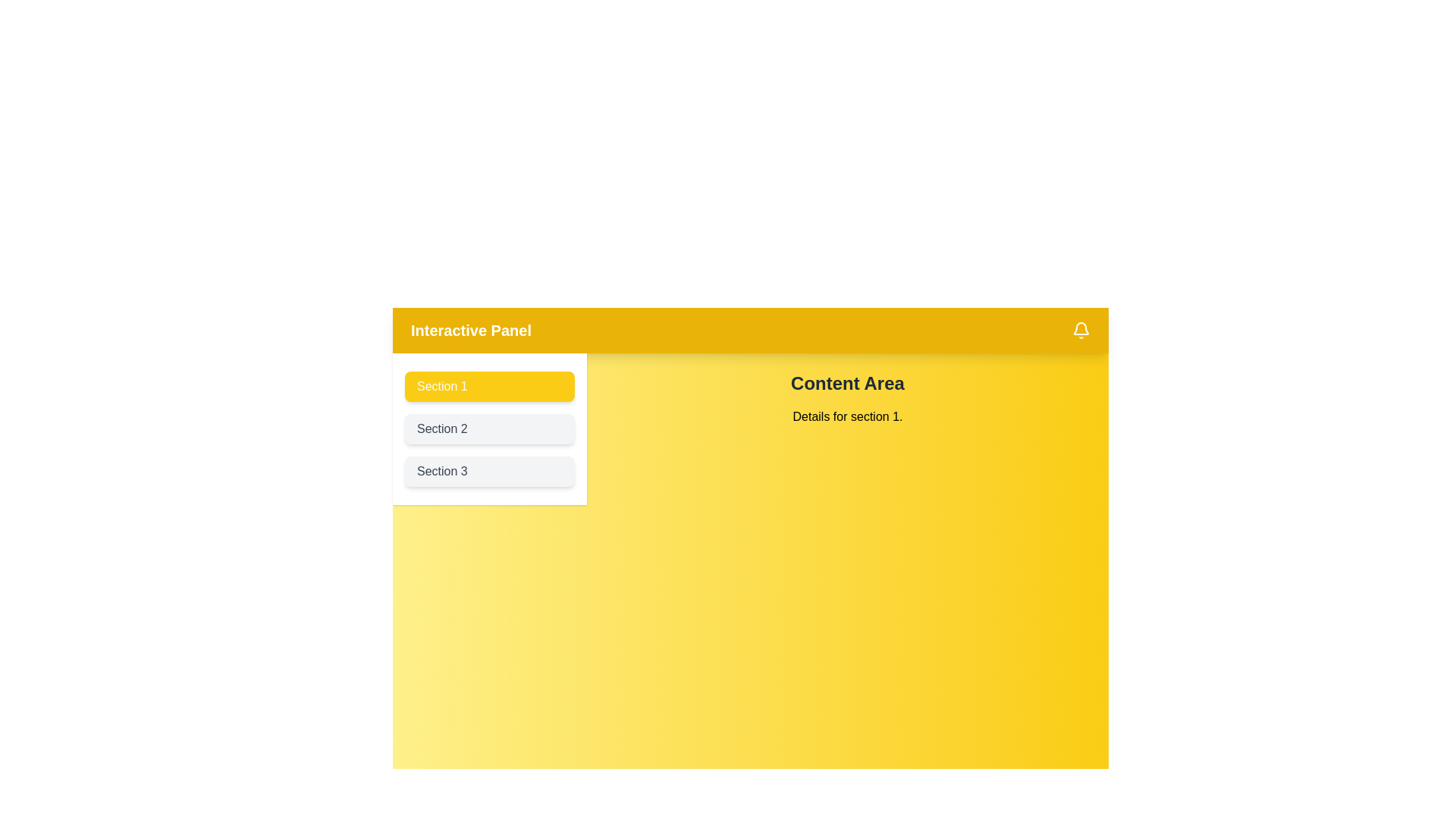 Image resolution: width=1456 pixels, height=819 pixels. Describe the element at coordinates (490, 470) in the screenshot. I see `the 'Section 3' button, which is a light gray rectangular button with rounded corners, located in a vertical stack of buttons in a white panel` at that location.